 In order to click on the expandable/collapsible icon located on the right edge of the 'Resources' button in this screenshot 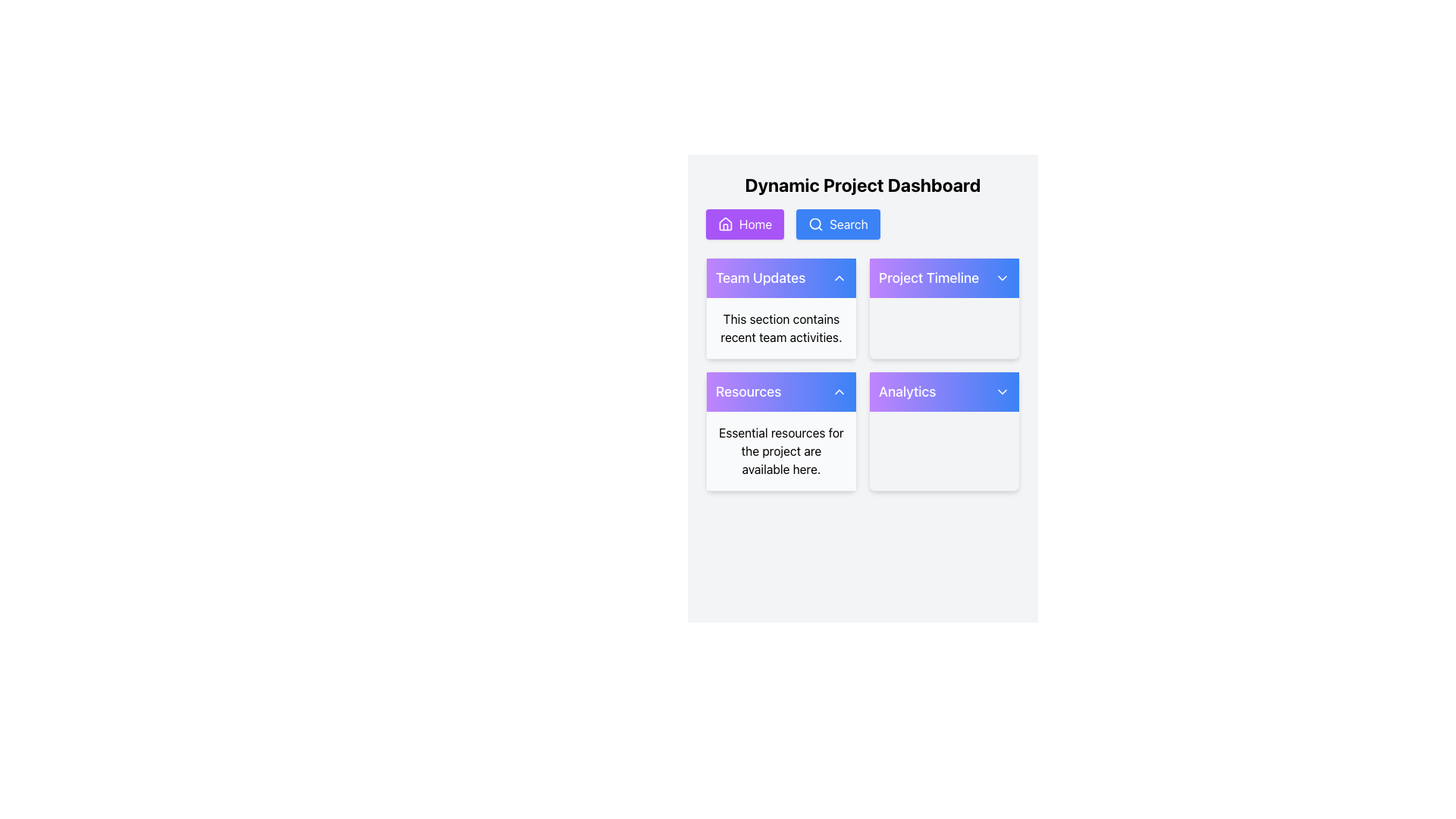, I will do `click(839, 391)`.